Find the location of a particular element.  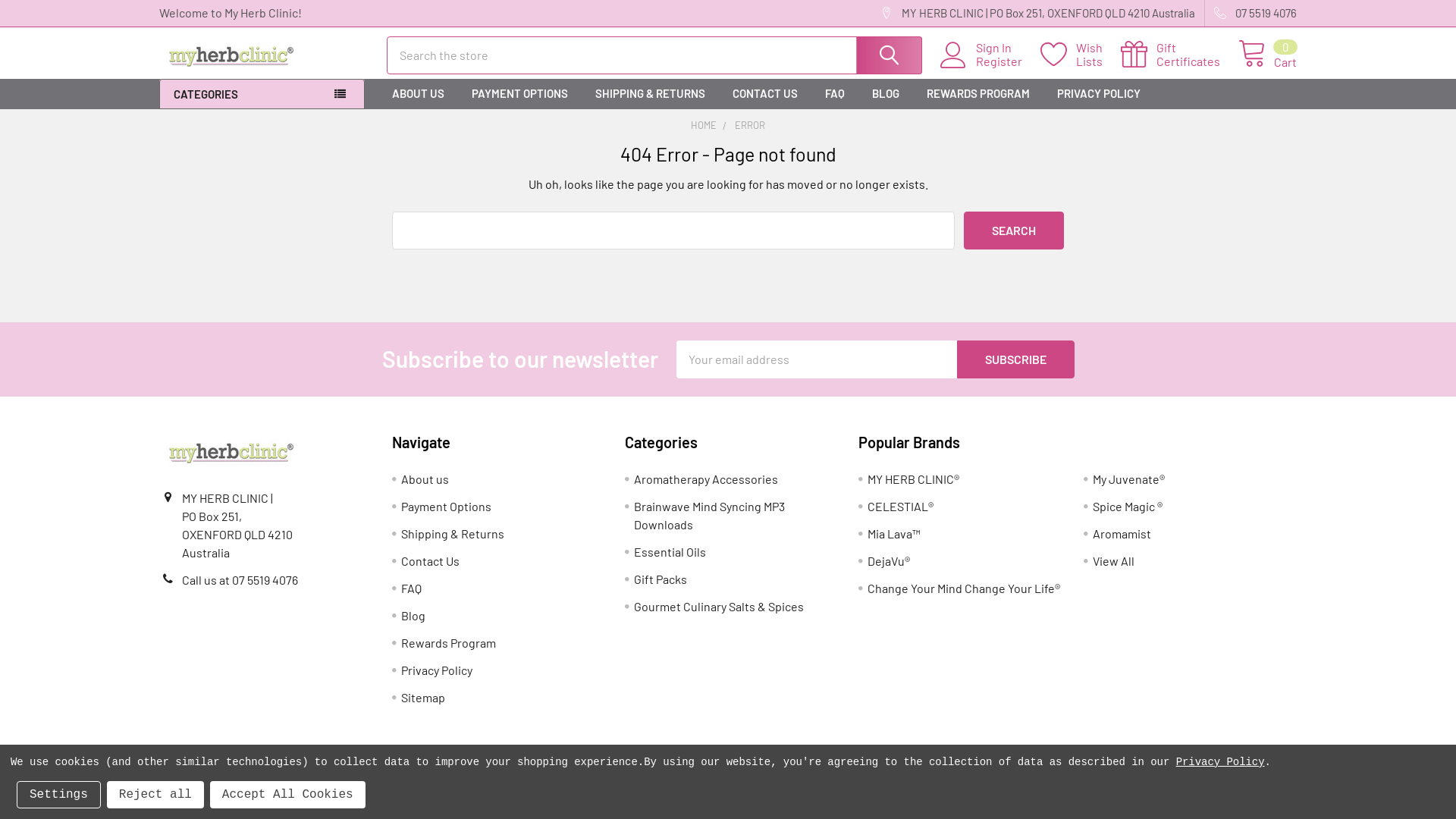

'ERROR' is located at coordinates (749, 124).